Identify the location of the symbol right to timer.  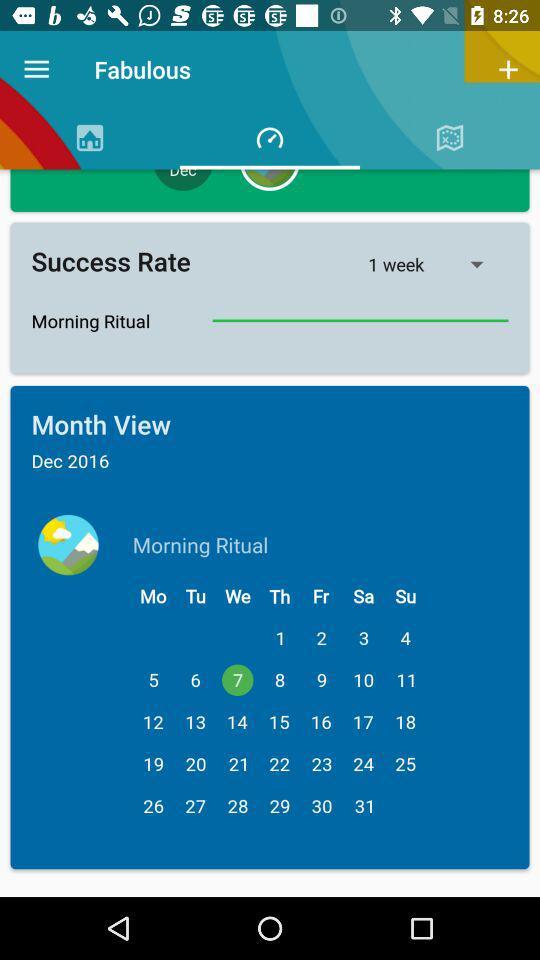
(449, 136).